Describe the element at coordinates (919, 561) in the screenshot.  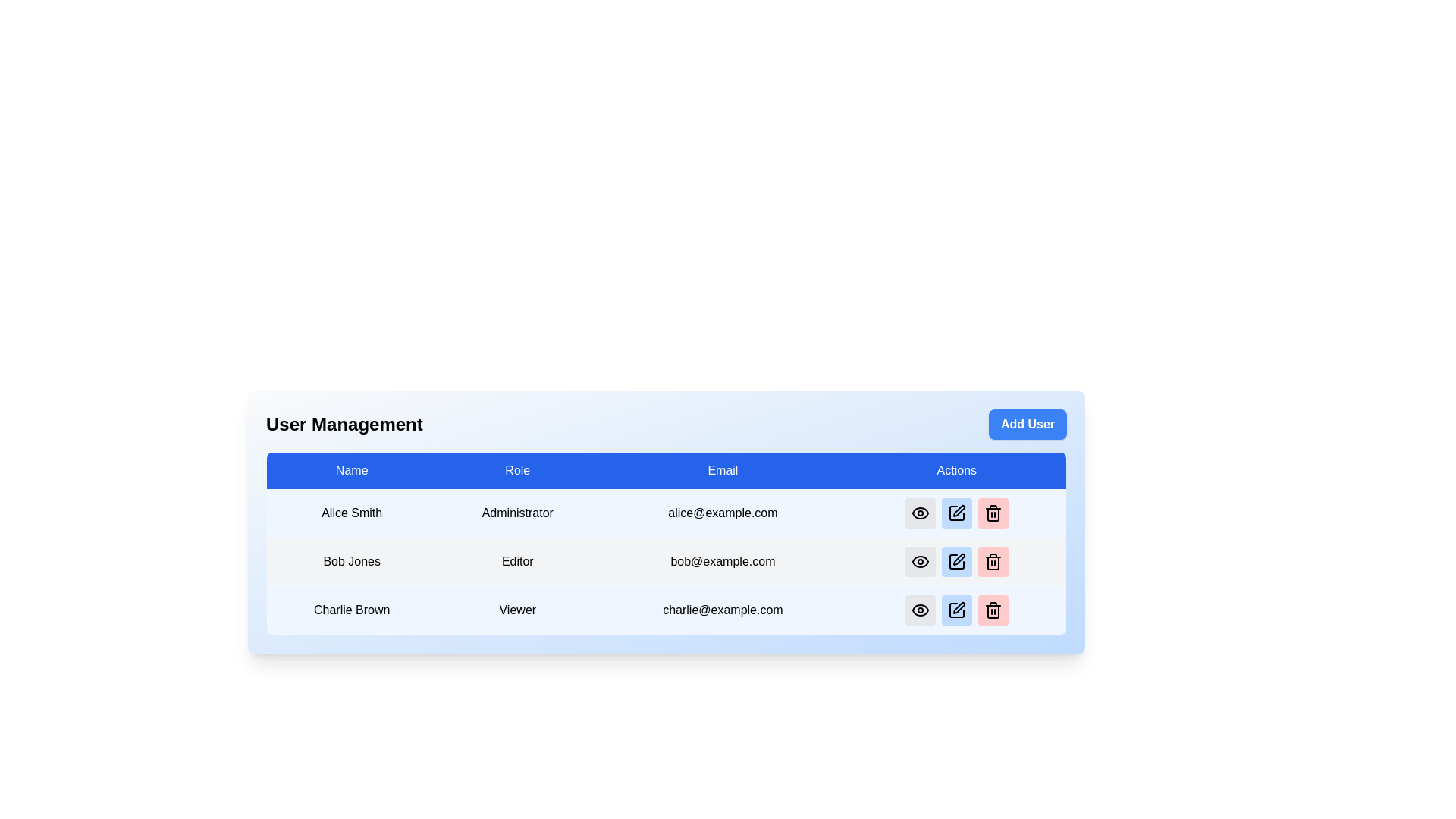
I see `the icon-based button` at that location.